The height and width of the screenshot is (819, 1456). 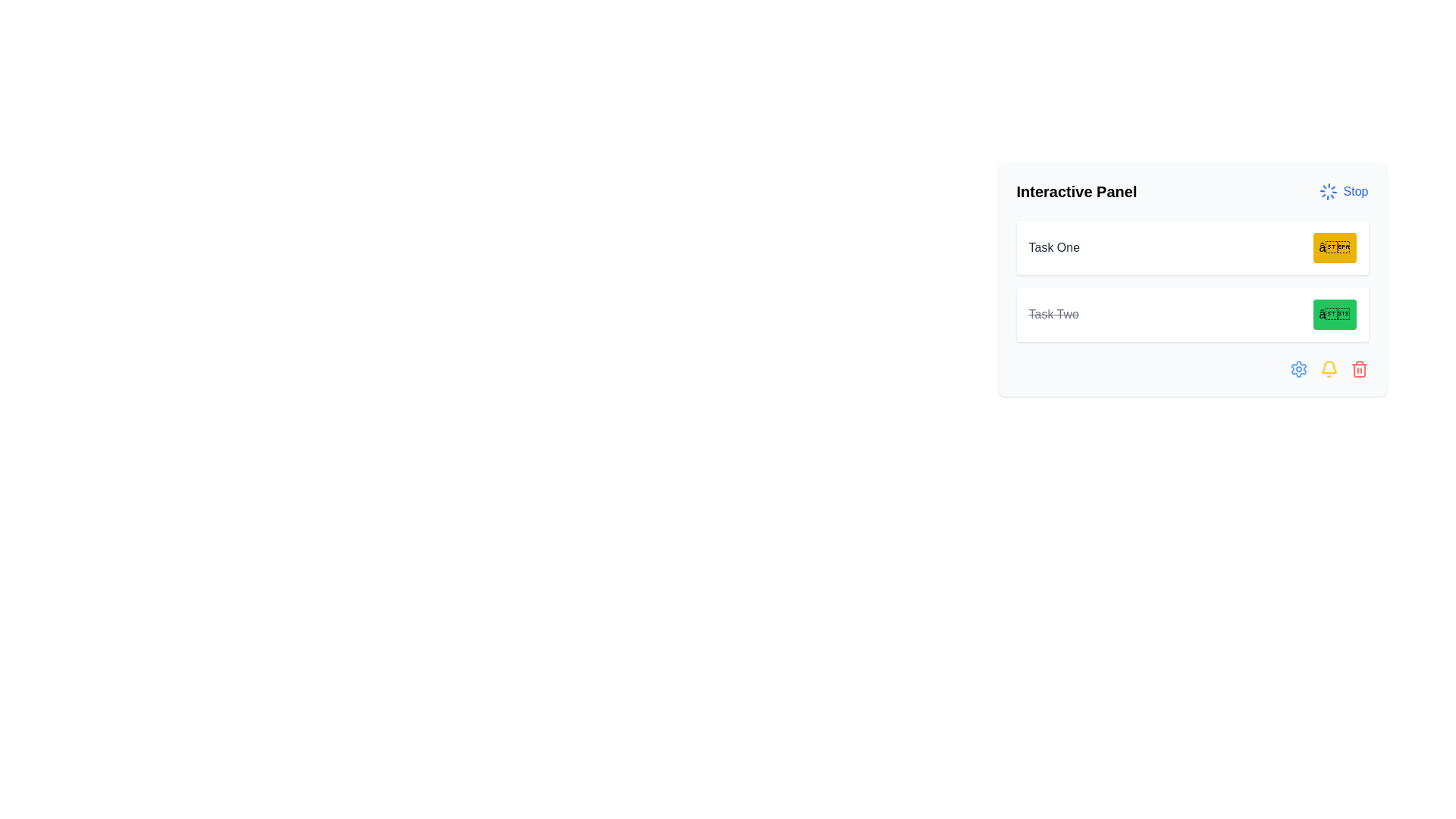 I want to click on the settings icon button with a gear symbol, styled with a blue outline, located in the bottom right corner of the panel, so click(x=1298, y=369).